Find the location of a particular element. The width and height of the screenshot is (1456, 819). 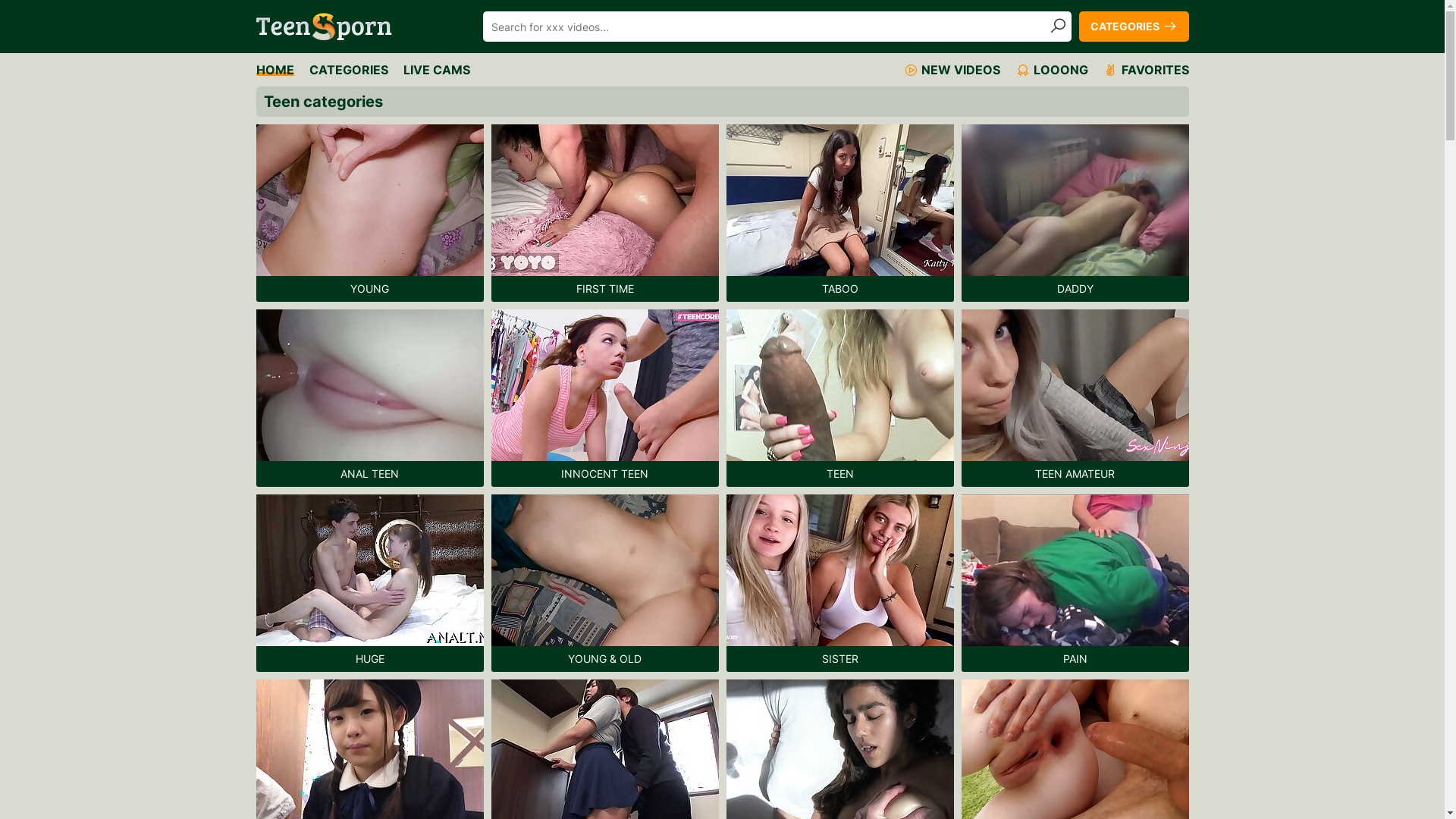

'HUGE' is located at coordinates (370, 582).